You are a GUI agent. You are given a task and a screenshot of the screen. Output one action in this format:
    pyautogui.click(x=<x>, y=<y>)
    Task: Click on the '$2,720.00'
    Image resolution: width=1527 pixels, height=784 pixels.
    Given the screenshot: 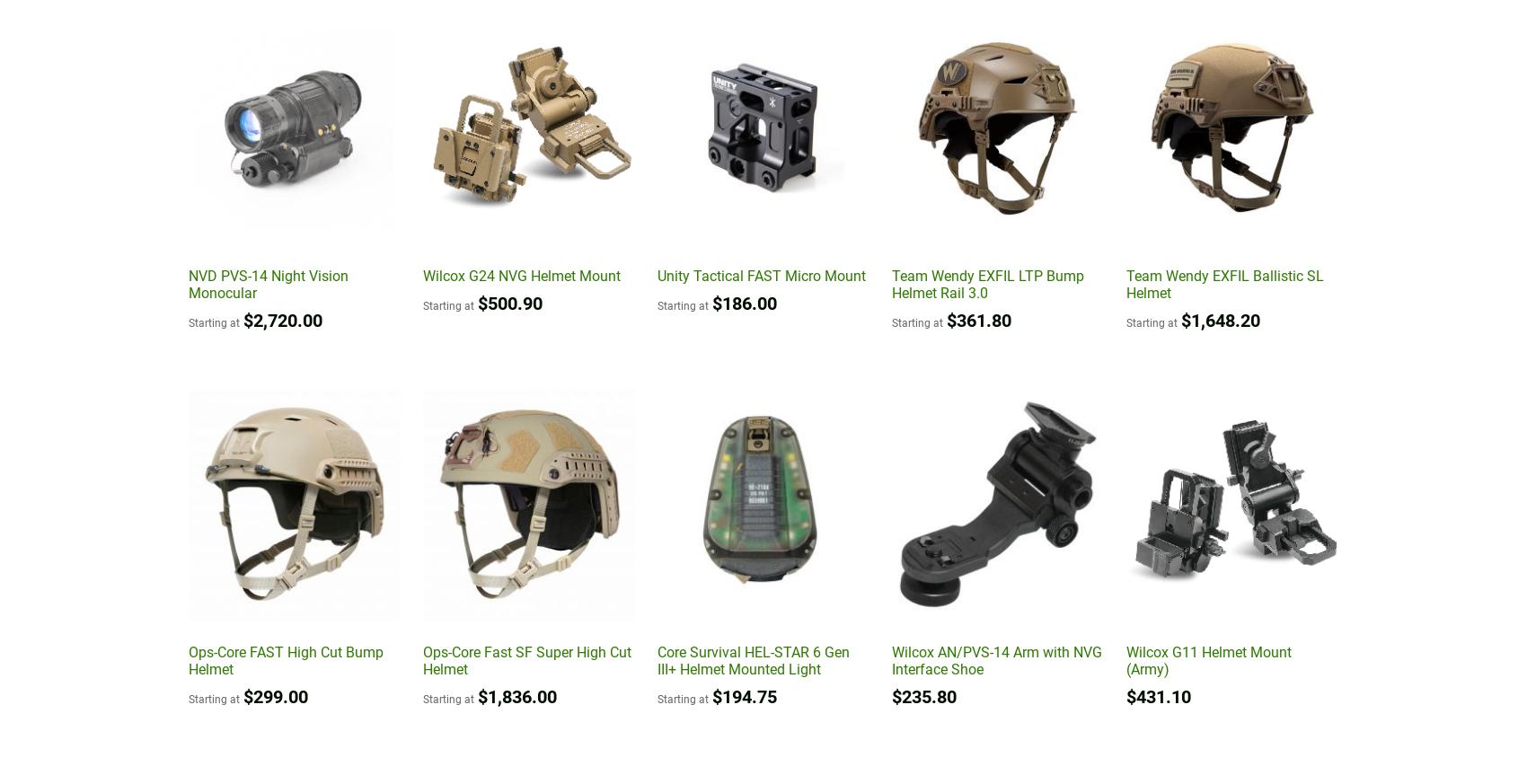 What is the action you would take?
    pyautogui.click(x=243, y=319)
    